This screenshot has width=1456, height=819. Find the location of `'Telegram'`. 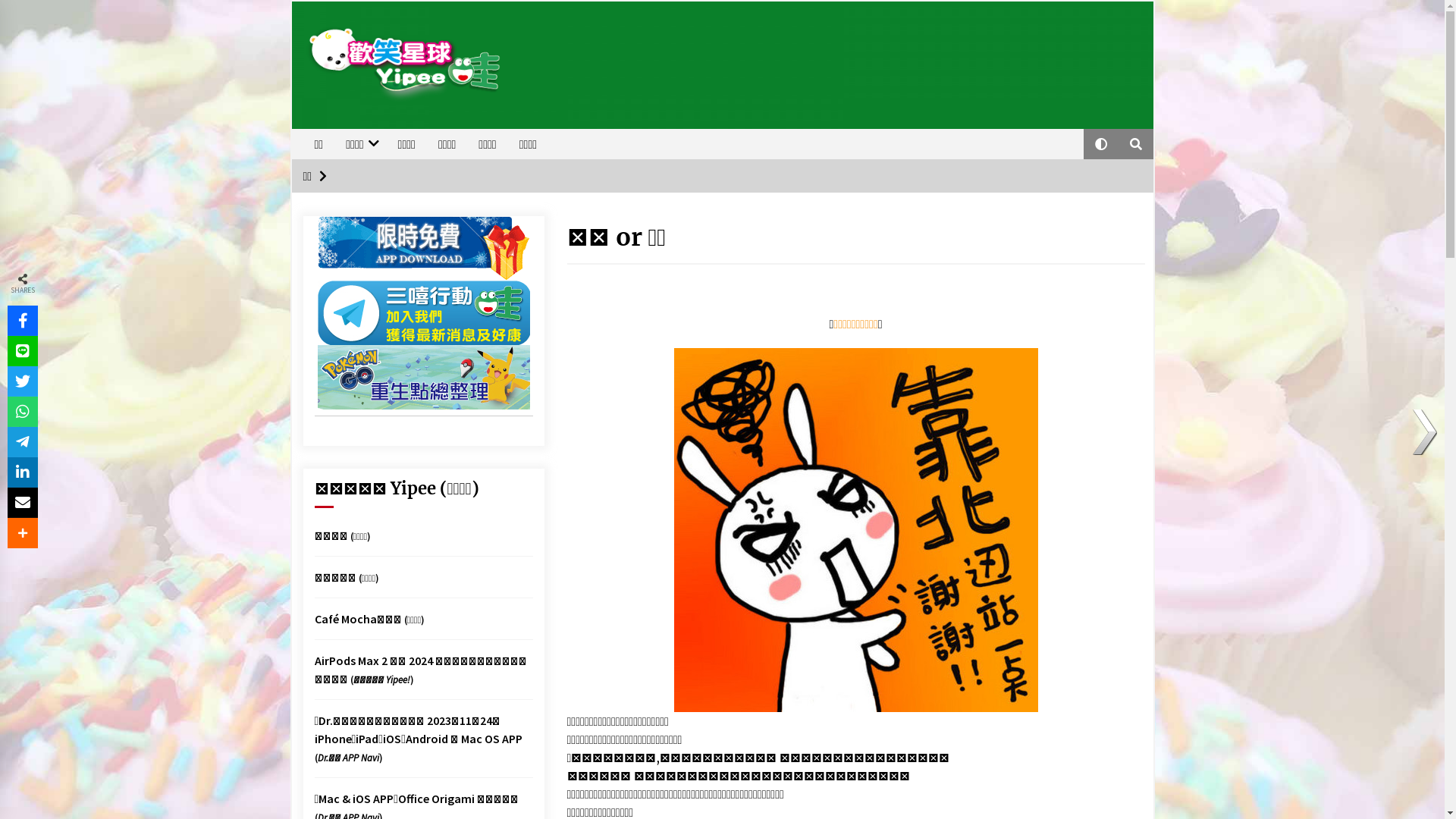

'Telegram' is located at coordinates (22, 441).